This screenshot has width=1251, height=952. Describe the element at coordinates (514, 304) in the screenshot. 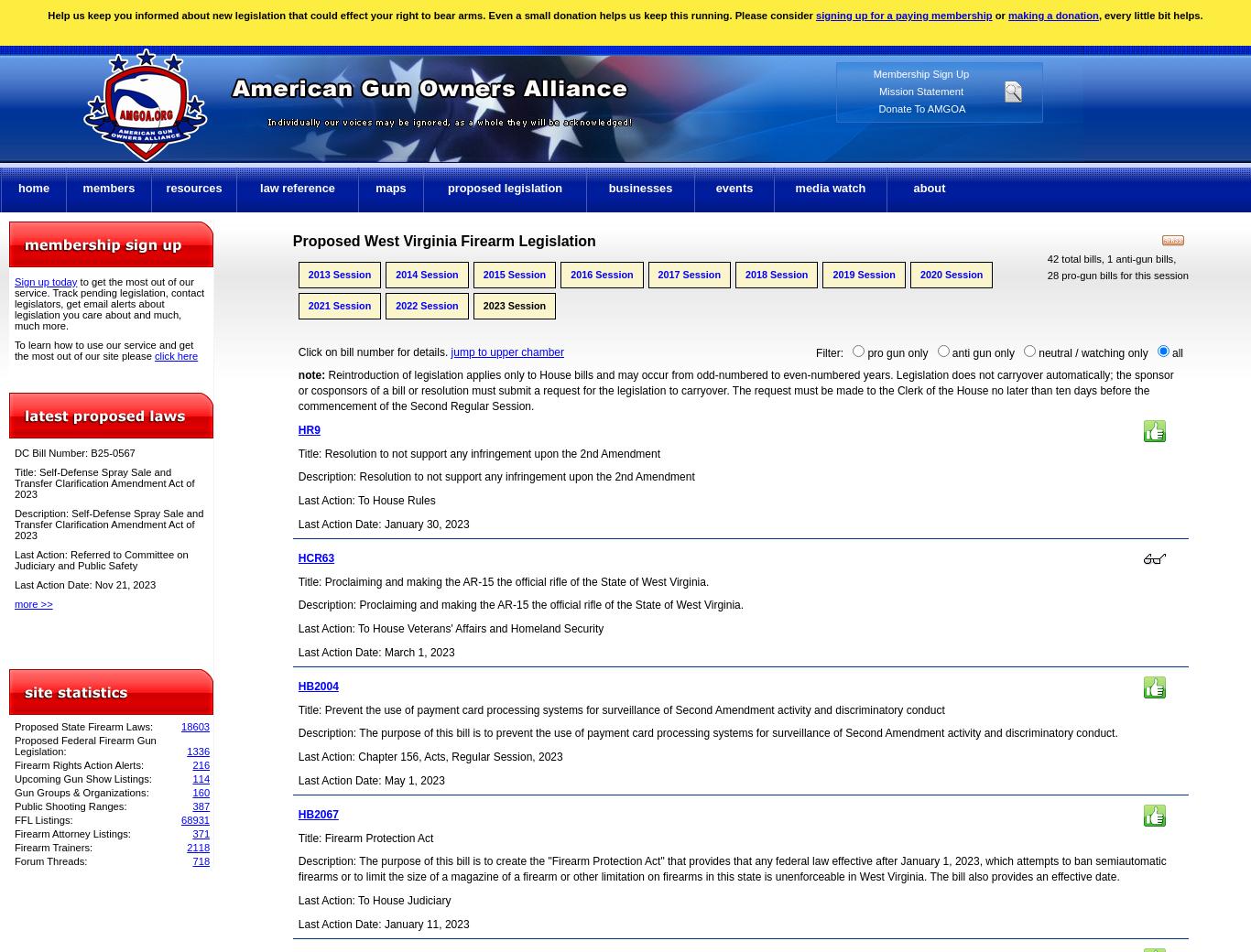

I see `'2023 Session'` at that location.